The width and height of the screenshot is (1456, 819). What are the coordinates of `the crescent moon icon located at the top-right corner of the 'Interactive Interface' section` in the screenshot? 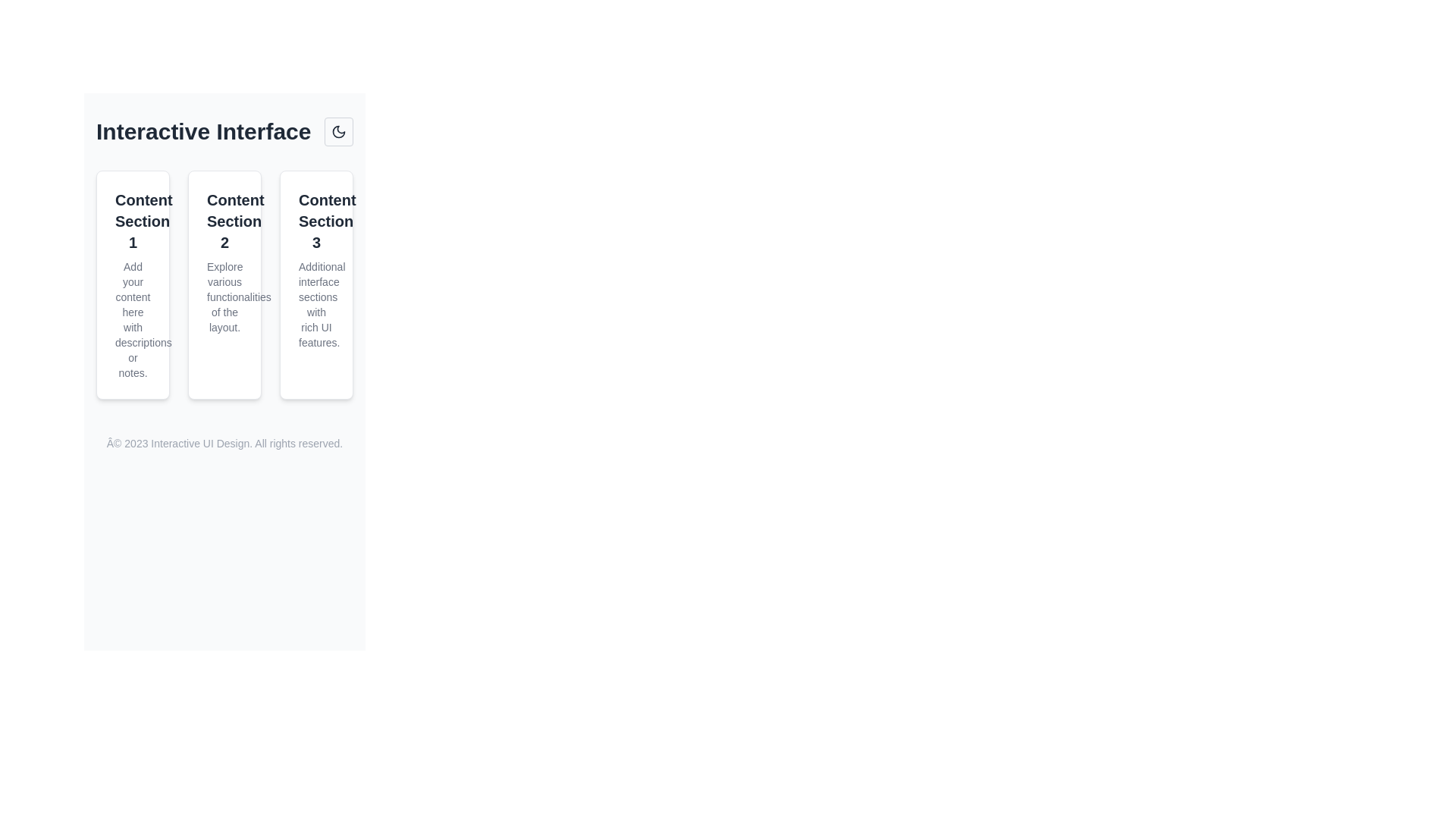 It's located at (337, 130).